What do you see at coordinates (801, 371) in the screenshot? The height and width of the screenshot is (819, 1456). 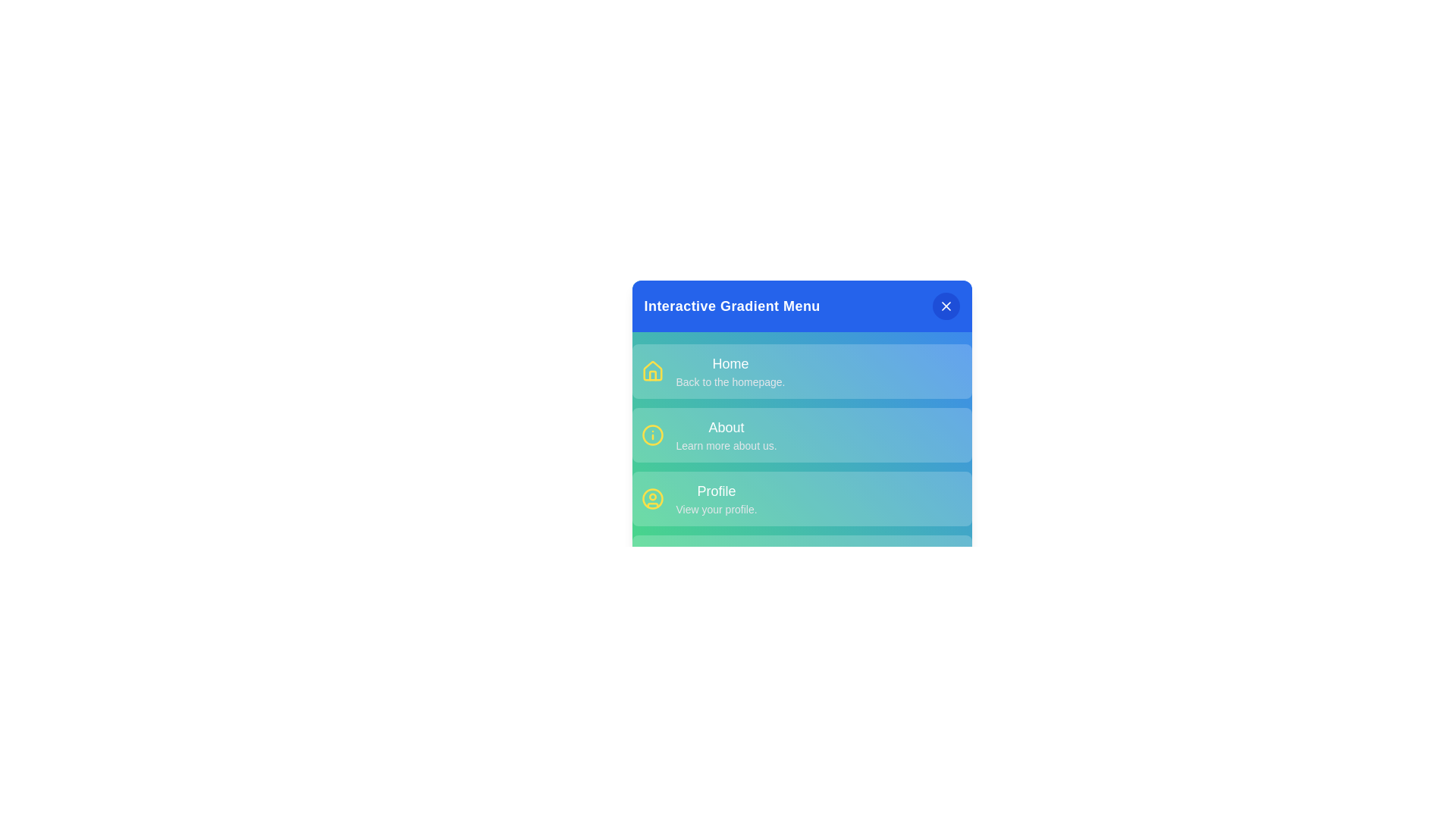 I see `the menu item corresponding to Home` at bounding box center [801, 371].